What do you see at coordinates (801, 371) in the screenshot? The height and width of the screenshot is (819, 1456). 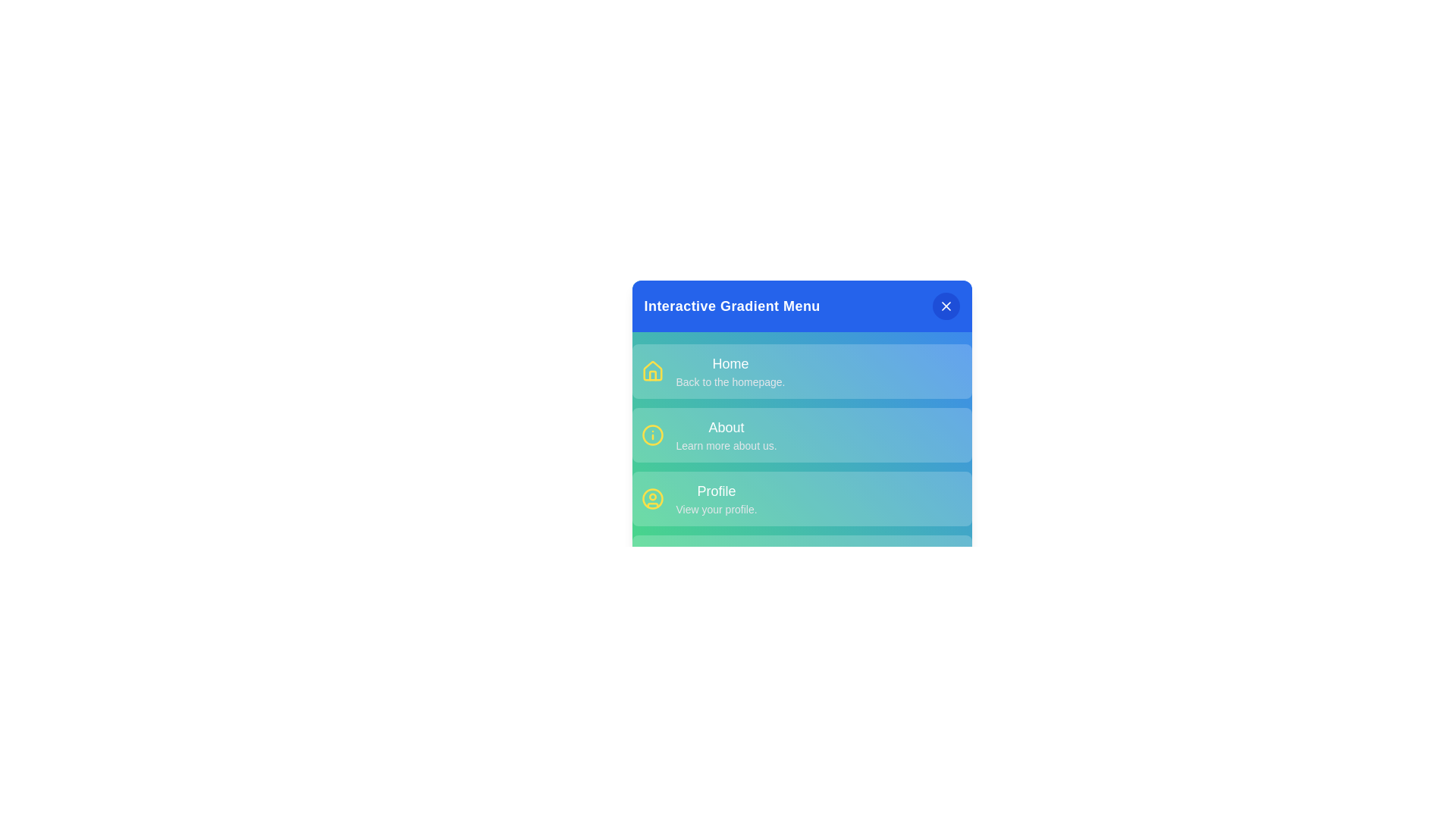 I see `the menu item corresponding to Home` at bounding box center [801, 371].